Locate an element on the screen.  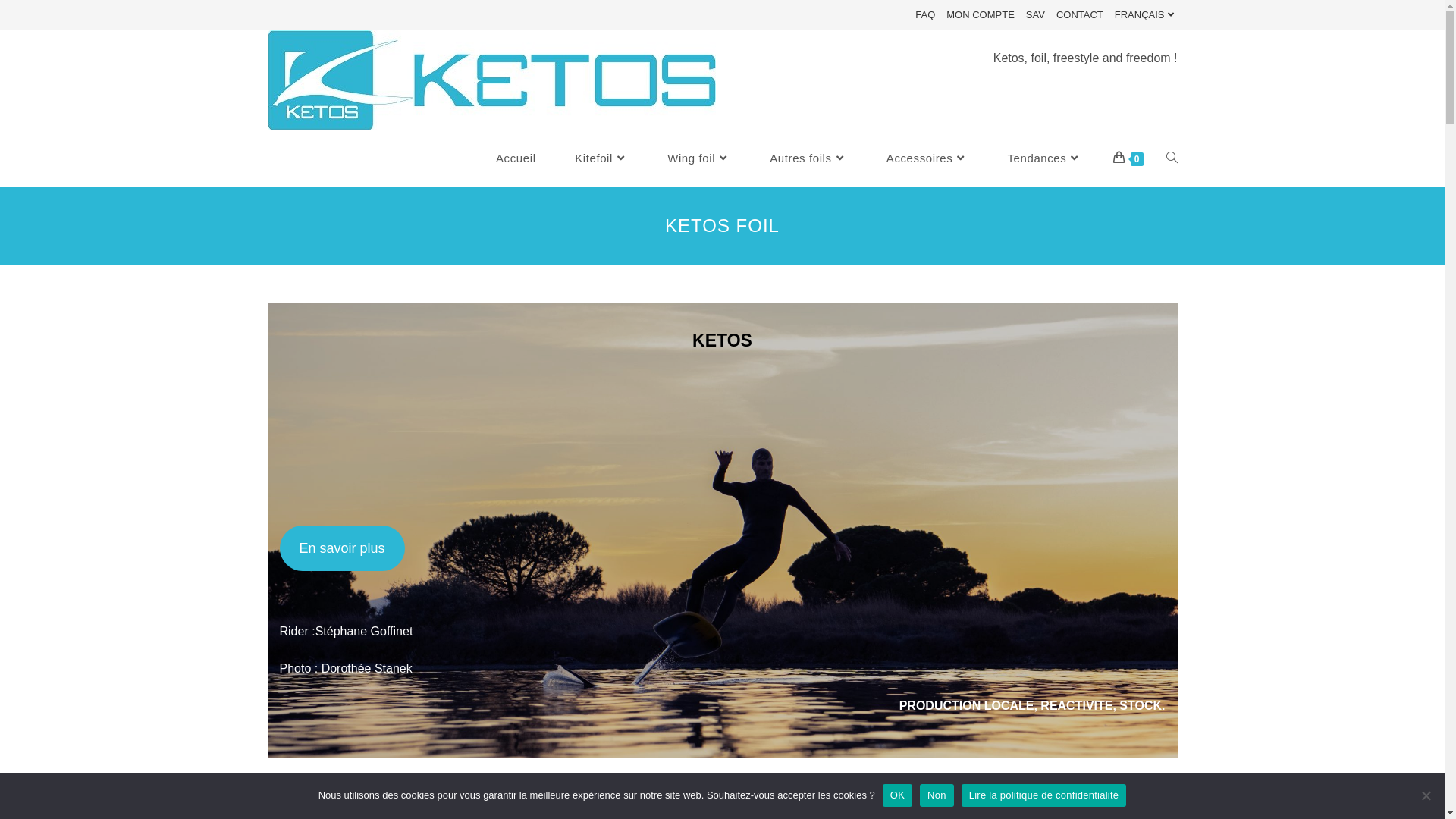
'MON COMPTE' is located at coordinates (980, 14).